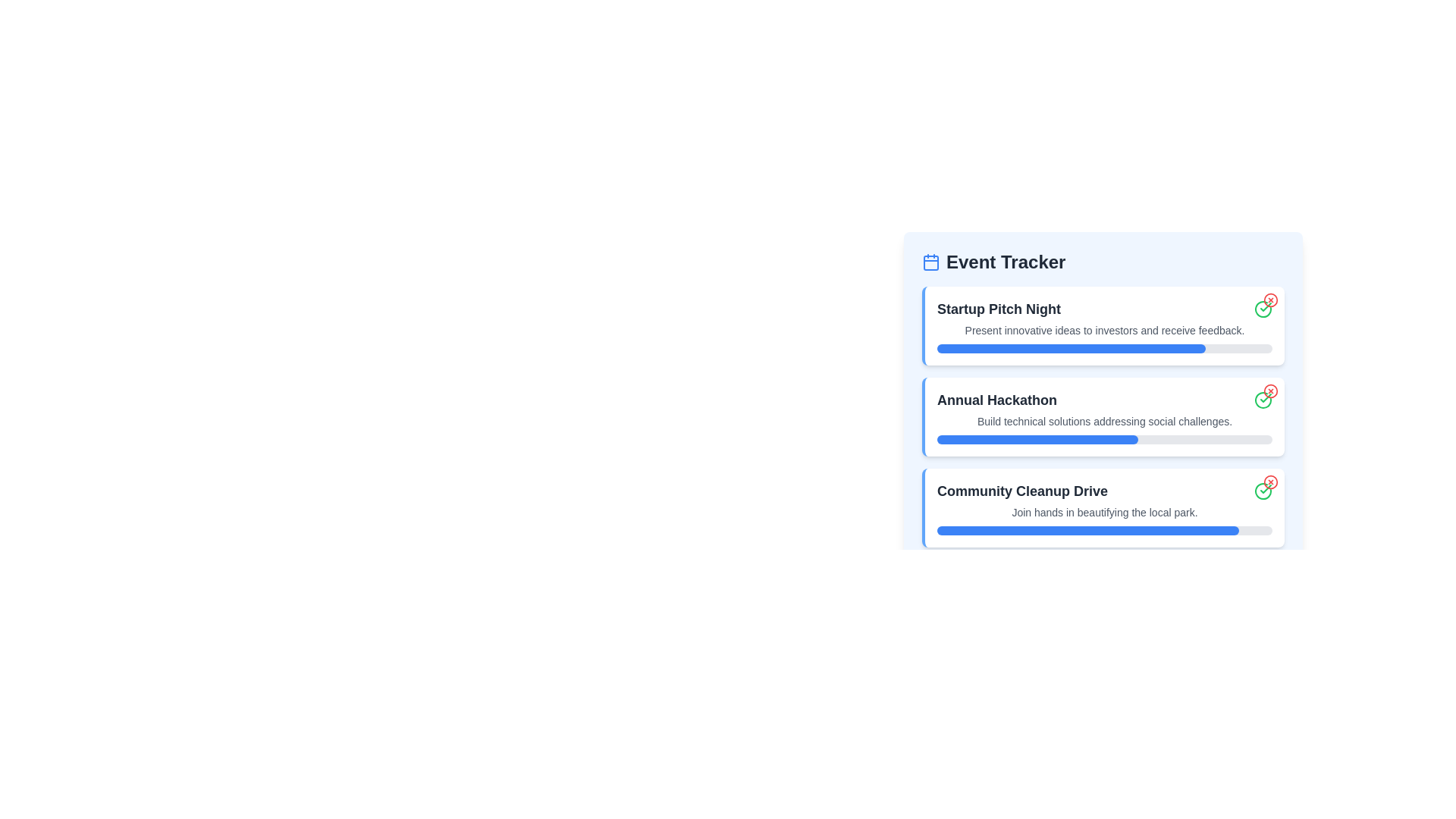  I want to click on the green checkmark icon button located to the right of the 'Annual Hackathon' text, so click(1263, 400).